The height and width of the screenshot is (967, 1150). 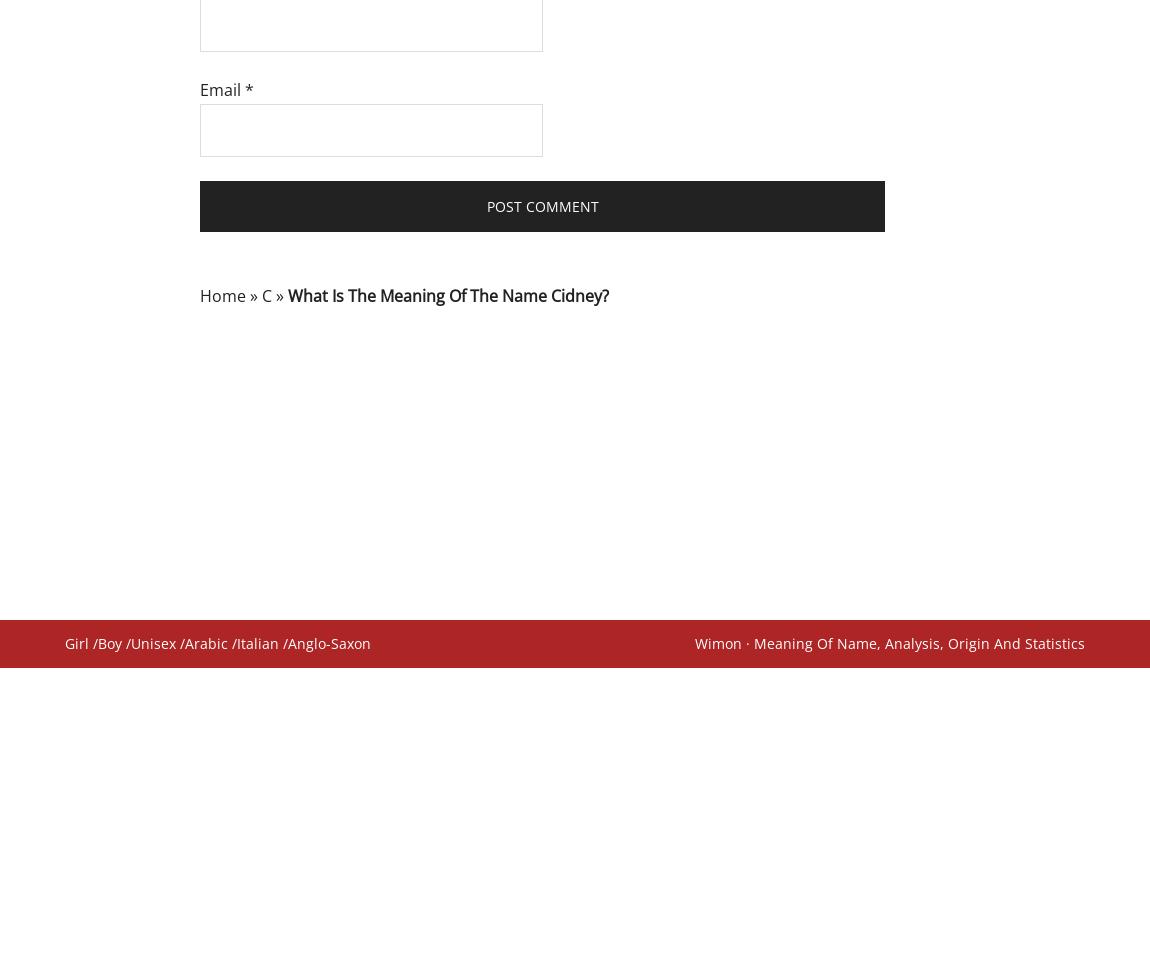 I want to click on 'Girl', so click(x=76, y=642).